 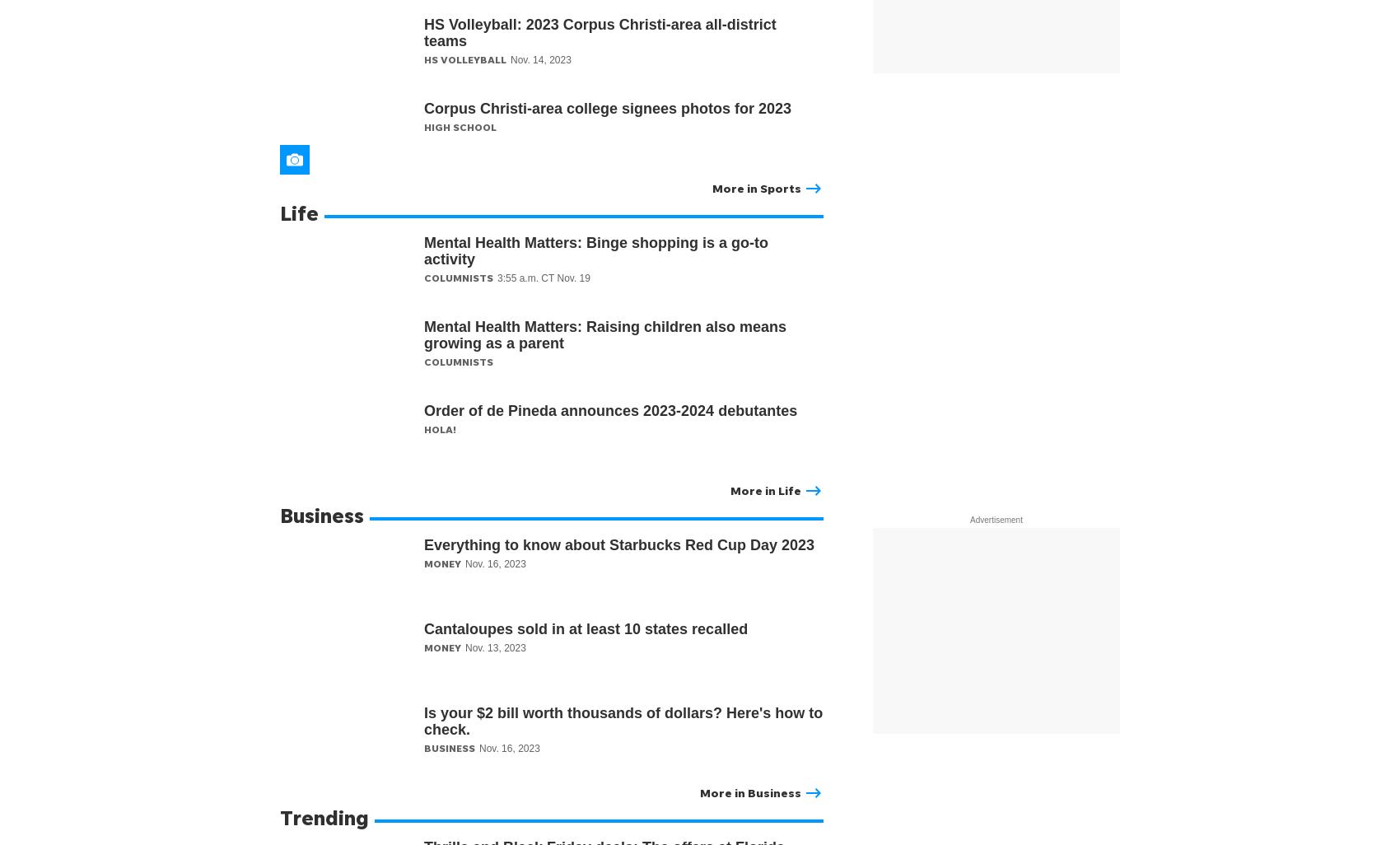 I want to click on 'More in Sports', so click(x=757, y=188).